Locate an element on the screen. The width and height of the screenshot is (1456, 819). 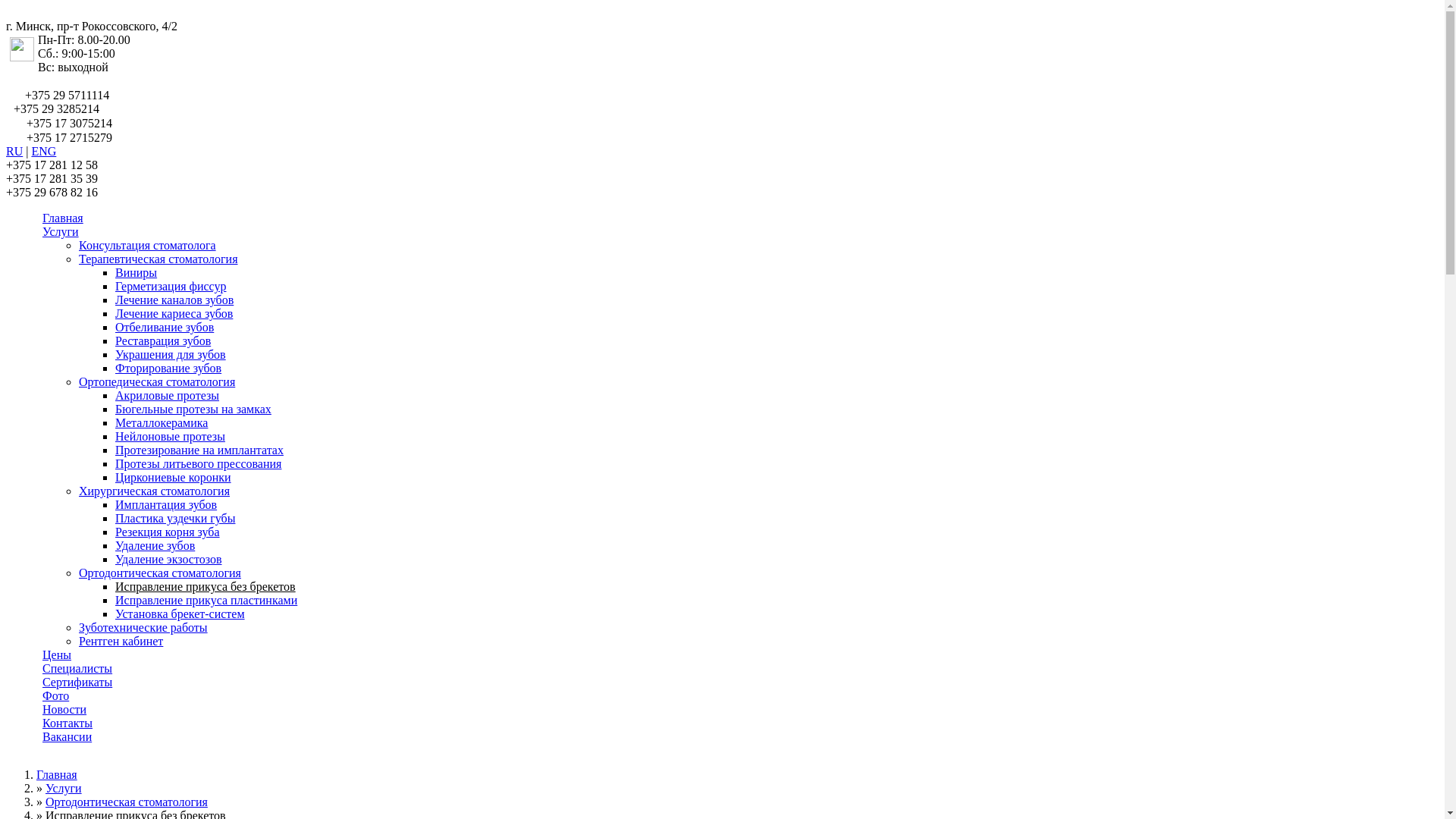
'ENG' is located at coordinates (43, 151).